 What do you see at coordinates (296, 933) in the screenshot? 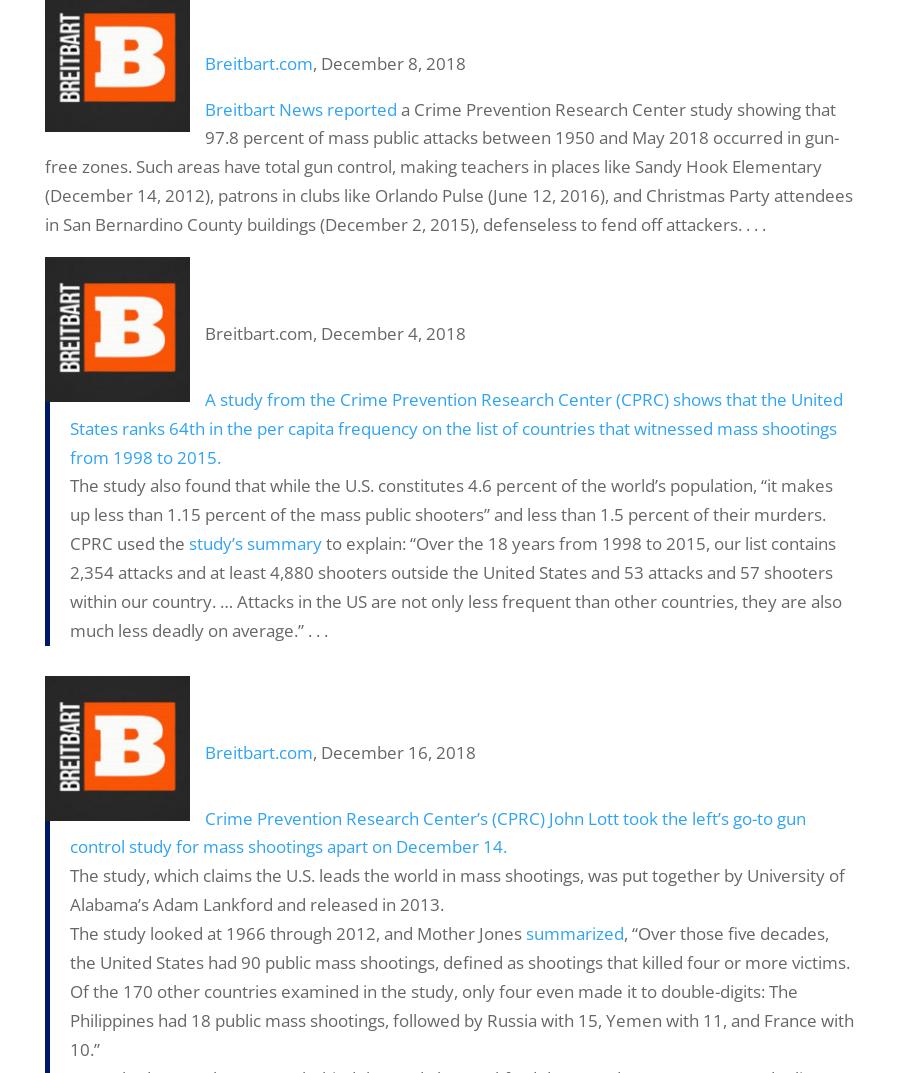
I see `'The study looked at 1966 through 2012, and Mother Jones'` at bounding box center [296, 933].